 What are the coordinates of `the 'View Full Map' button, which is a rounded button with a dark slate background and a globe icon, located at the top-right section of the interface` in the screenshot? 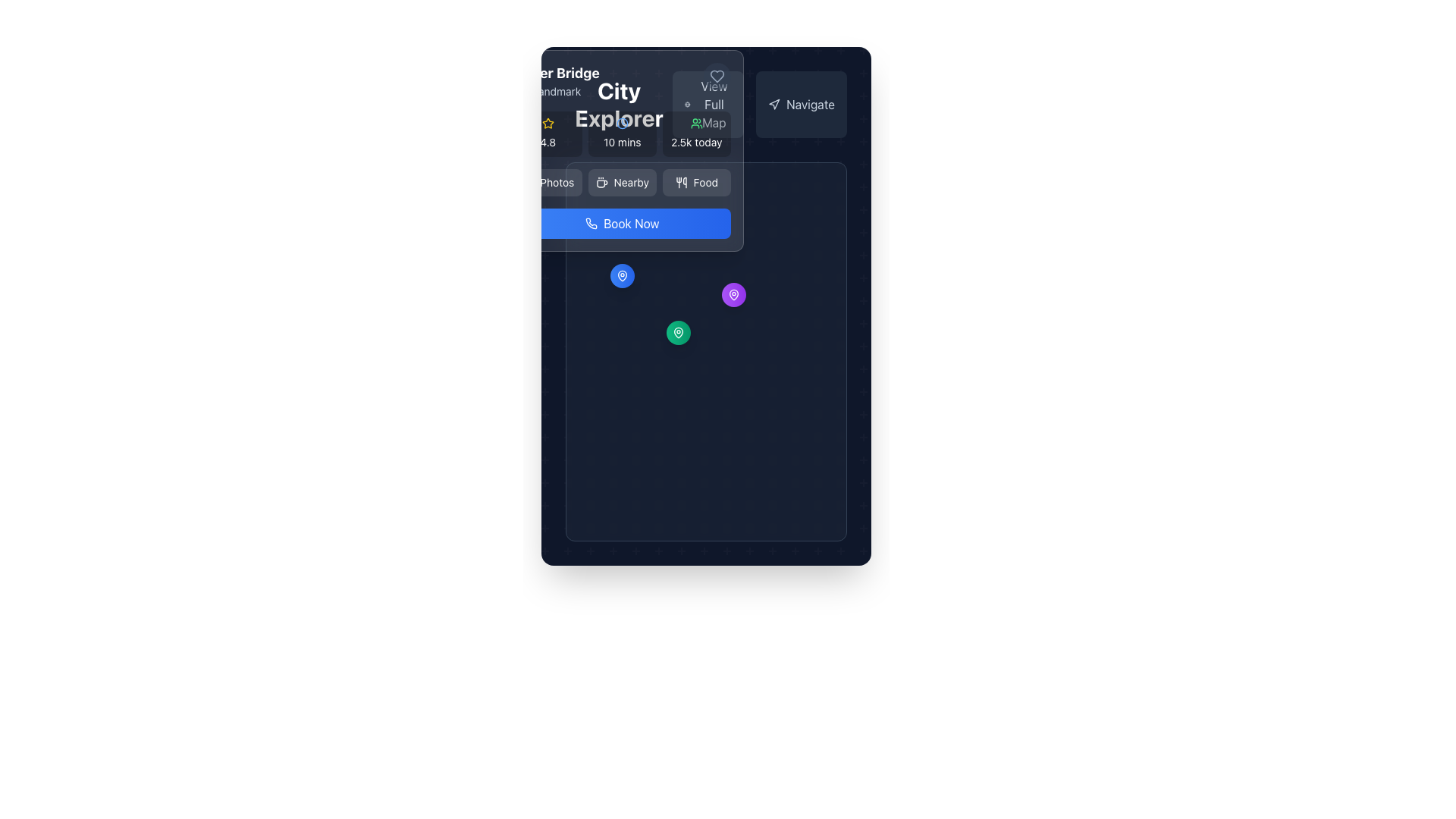 It's located at (708, 104).